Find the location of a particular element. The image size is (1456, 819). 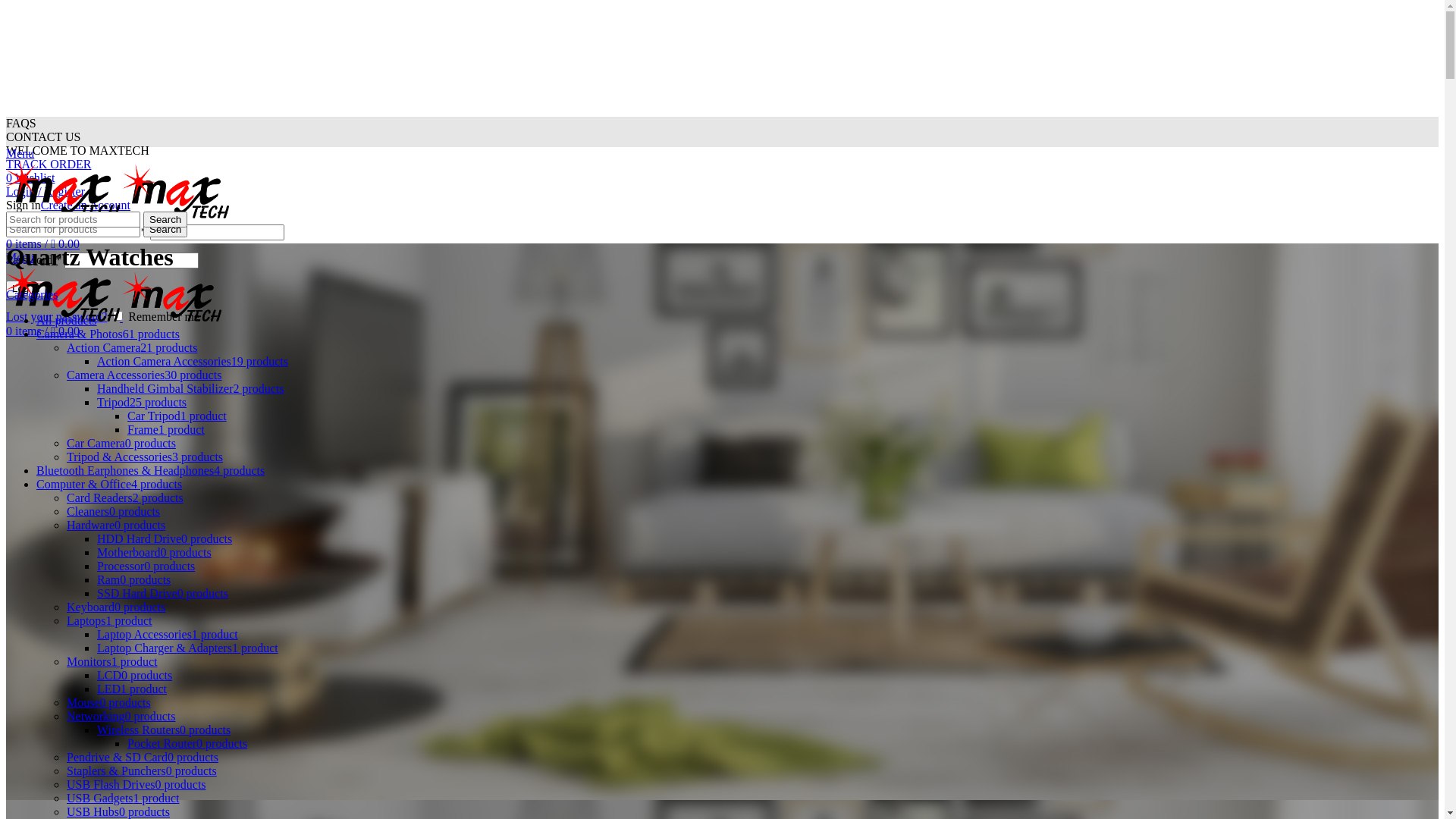

'Camera & Photos61 products' is located at coordinates (107, 333).